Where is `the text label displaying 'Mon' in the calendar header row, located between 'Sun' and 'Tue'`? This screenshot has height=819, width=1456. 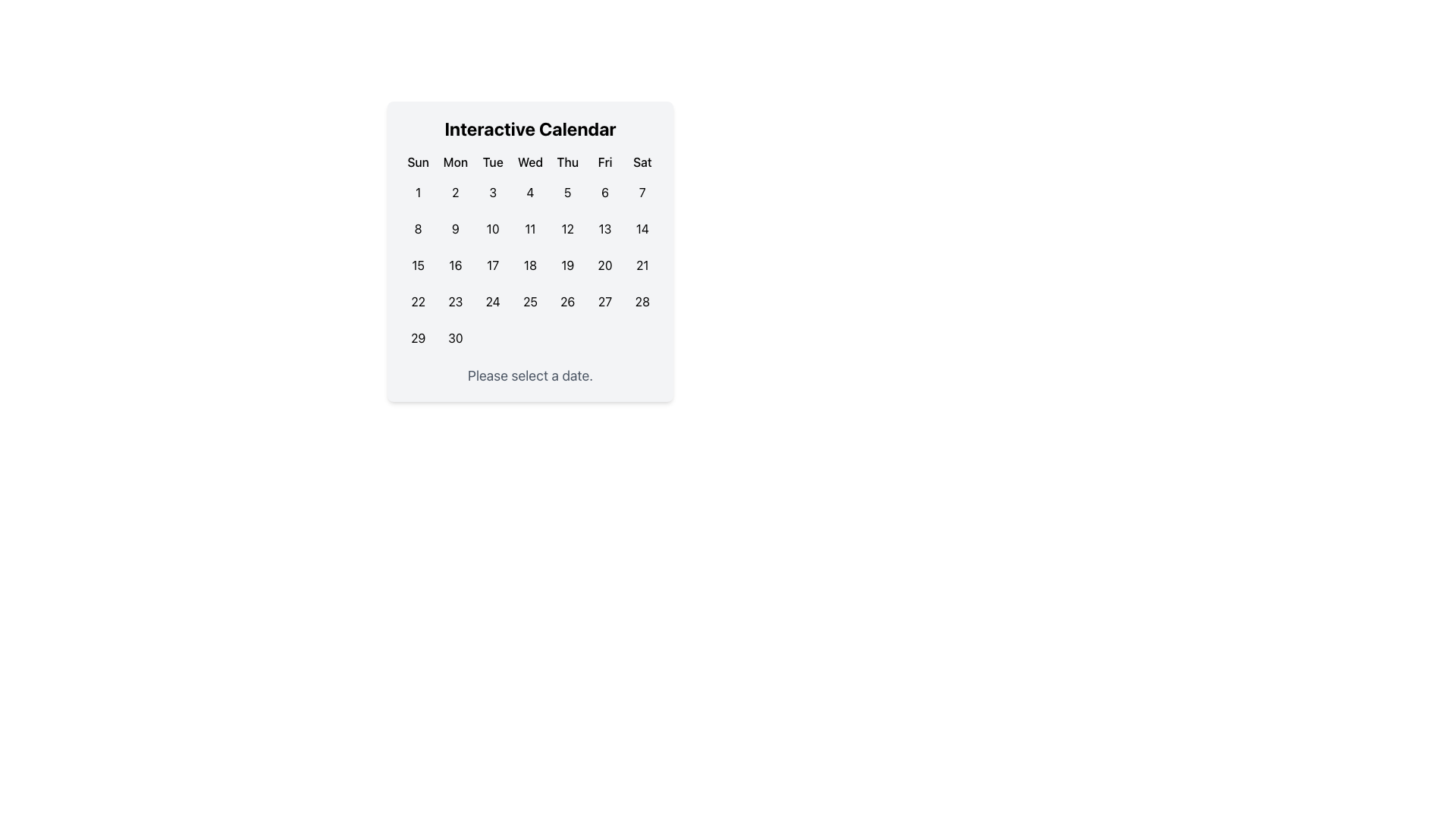 the text label displaying 'Mon' in the calendar header row, located between 'Sun' and 'Tue' is located at coordinates (454, 162).